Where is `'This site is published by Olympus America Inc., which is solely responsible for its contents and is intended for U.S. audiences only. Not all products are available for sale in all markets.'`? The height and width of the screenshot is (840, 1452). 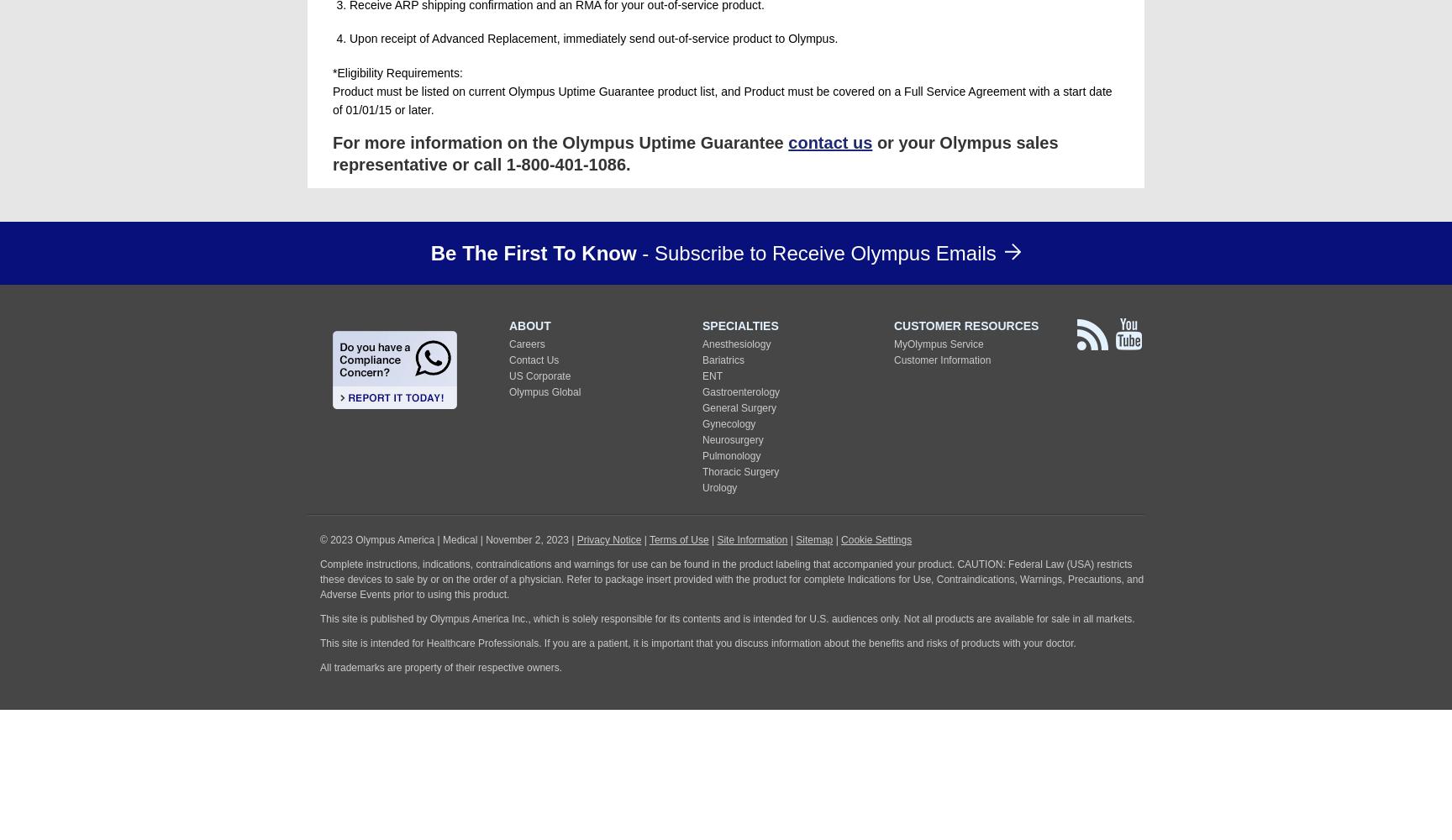
'This site is published by Olympus America Inc., which is solely responsible for its contents and is intended for U.S. audiences only. Not all products are available for sale in all markets.' is located at coordinates (727, 618).